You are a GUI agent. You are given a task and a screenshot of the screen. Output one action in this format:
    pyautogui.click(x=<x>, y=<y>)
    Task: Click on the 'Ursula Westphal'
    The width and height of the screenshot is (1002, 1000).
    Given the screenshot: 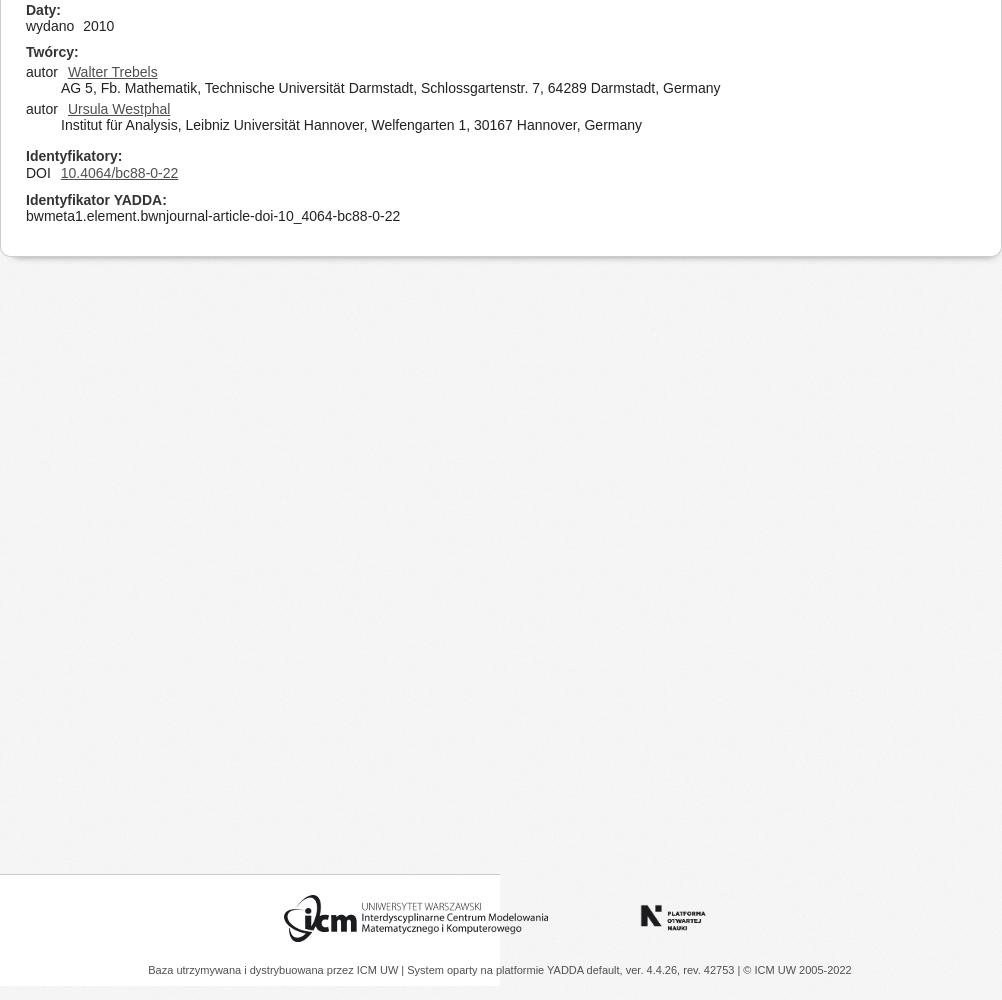 What is the action you would take?
    pyautogui.click(x=117, y=108)
    